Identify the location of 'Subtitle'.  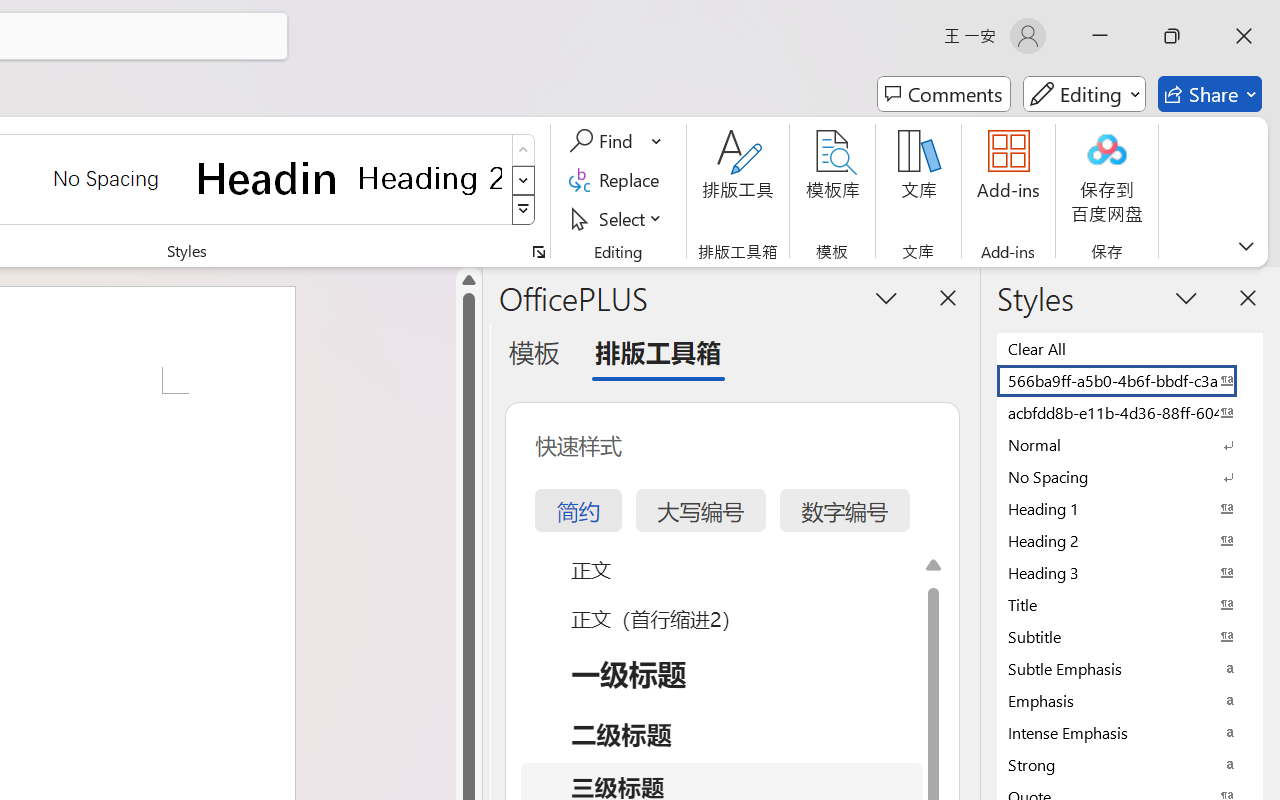
(1130, 635).